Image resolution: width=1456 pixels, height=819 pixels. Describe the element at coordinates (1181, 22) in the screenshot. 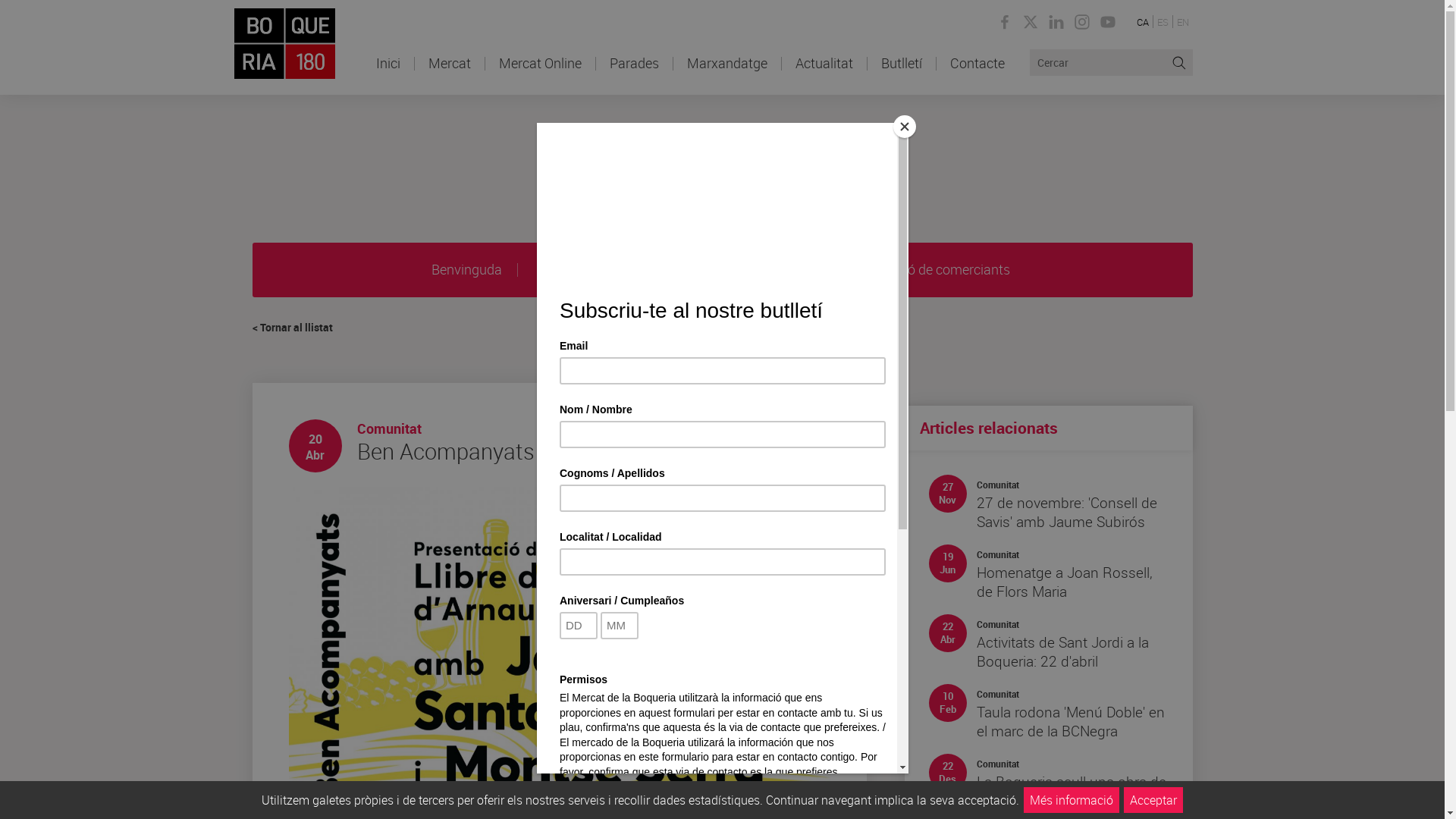

I see `'EN'` at that location.